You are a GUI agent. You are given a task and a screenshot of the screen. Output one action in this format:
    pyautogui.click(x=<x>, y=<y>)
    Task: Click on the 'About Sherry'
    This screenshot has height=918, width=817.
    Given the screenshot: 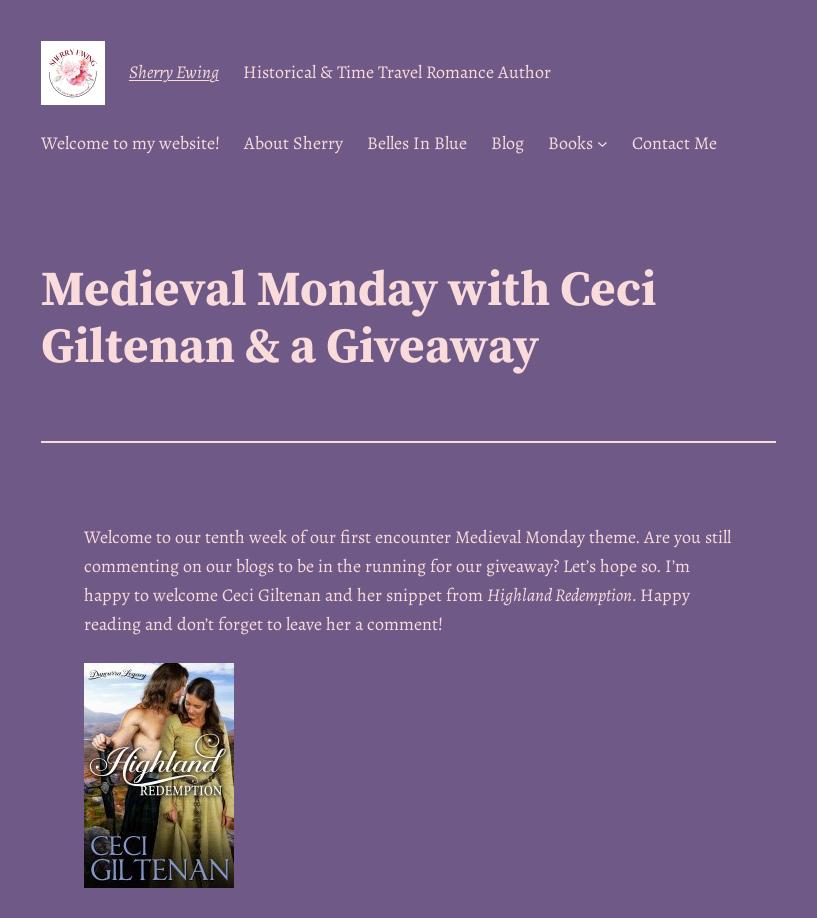 What is the action you would take?
    pyautogui.click(x=292, y=141)
    